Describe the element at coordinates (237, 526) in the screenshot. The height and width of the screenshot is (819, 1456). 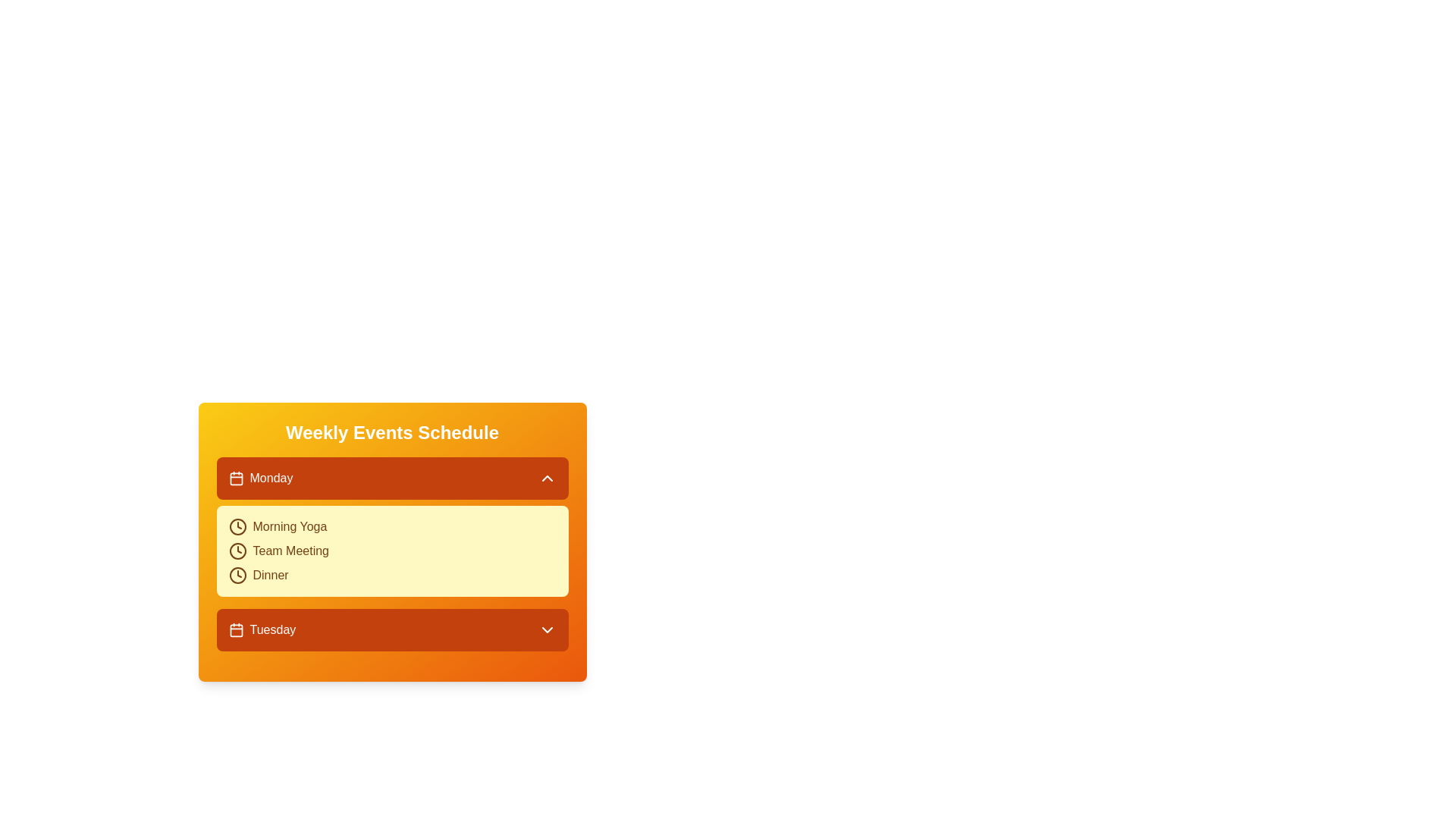
I see `the clock icon for the Morning Yoga event` at that location.